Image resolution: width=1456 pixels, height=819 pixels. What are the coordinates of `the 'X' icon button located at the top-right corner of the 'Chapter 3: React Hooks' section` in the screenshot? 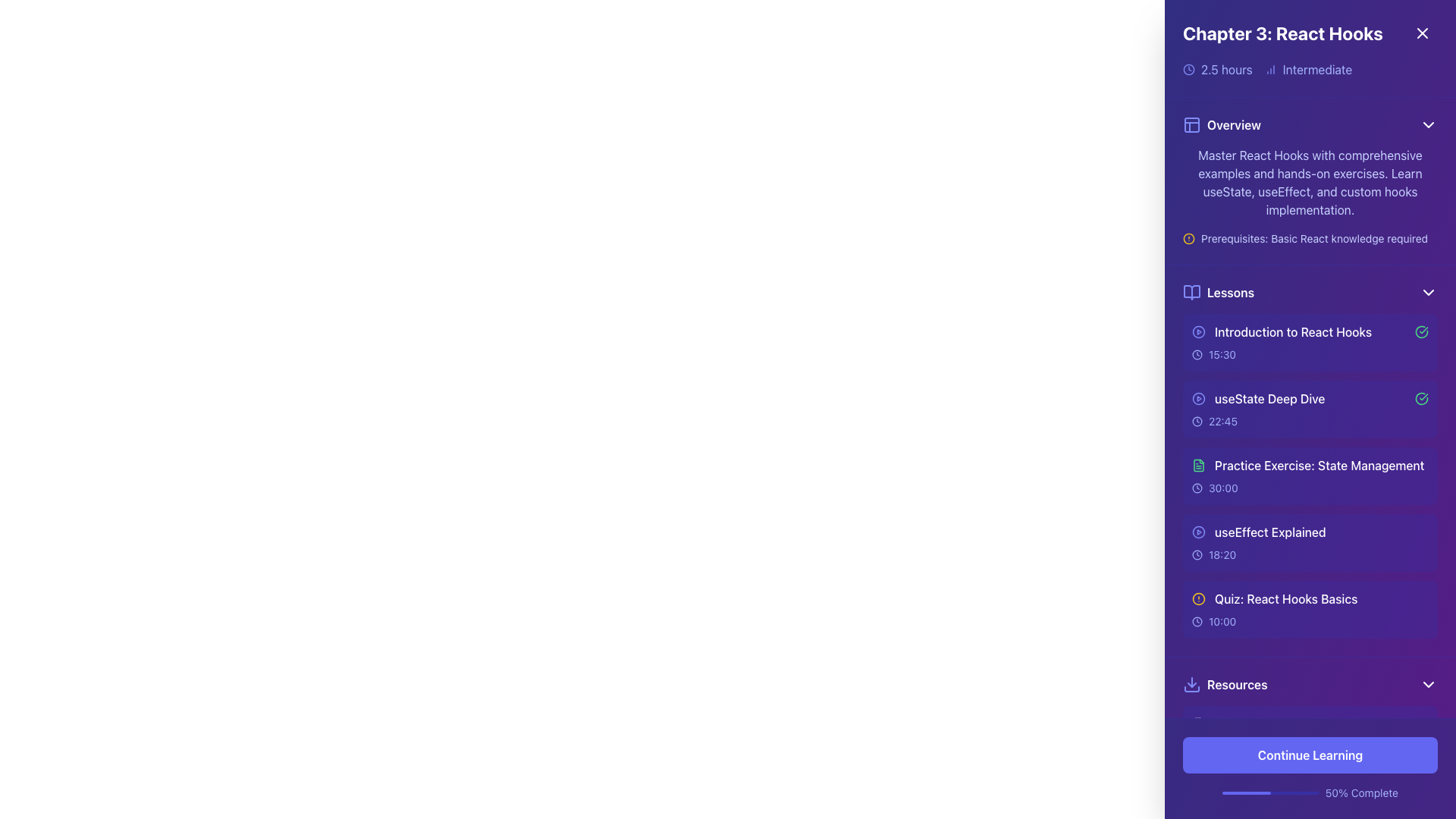 It's located at (1422, 33).